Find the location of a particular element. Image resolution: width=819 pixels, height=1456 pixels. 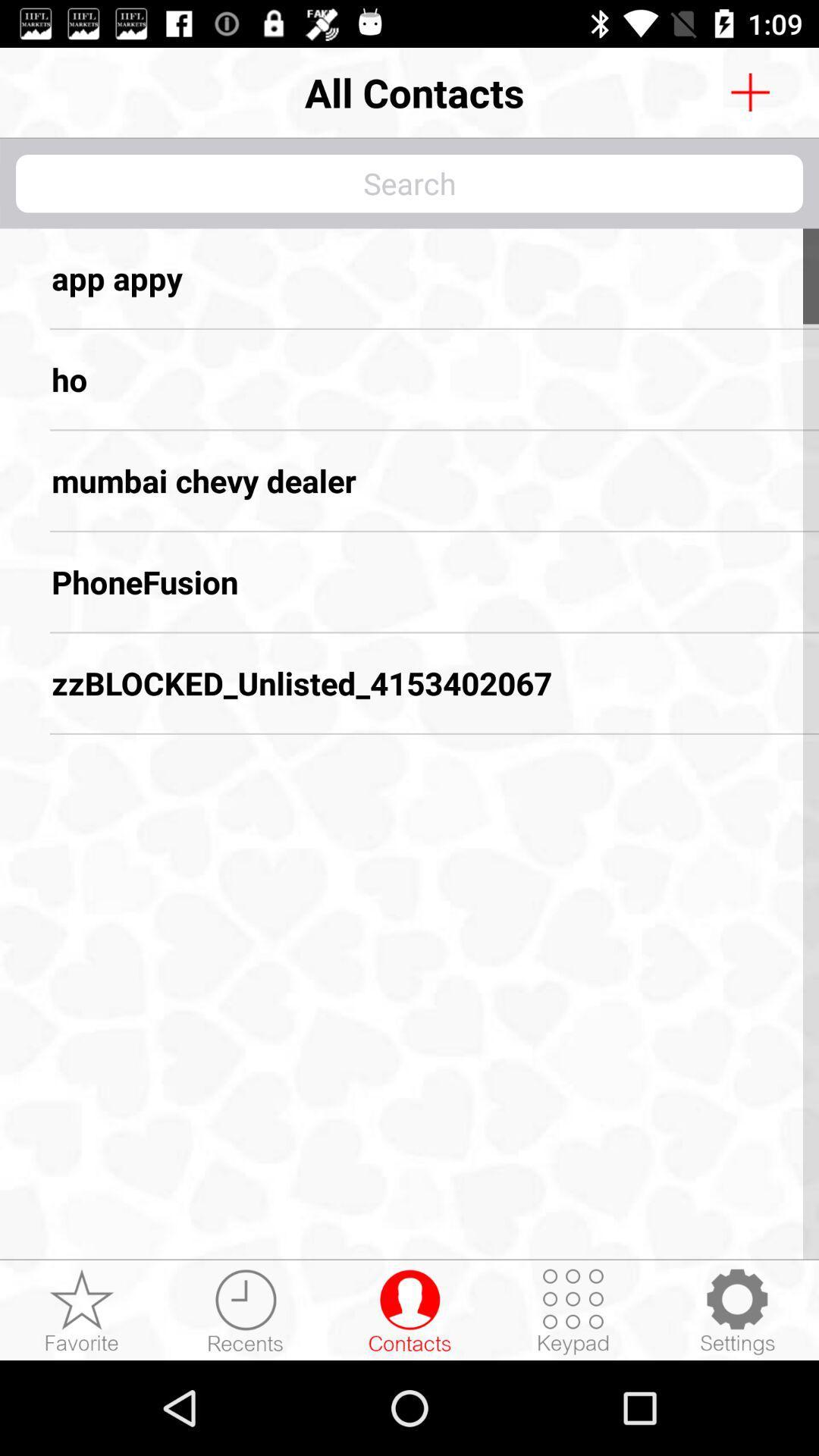

the dialpad icon is located at coordinates (573, 1310).